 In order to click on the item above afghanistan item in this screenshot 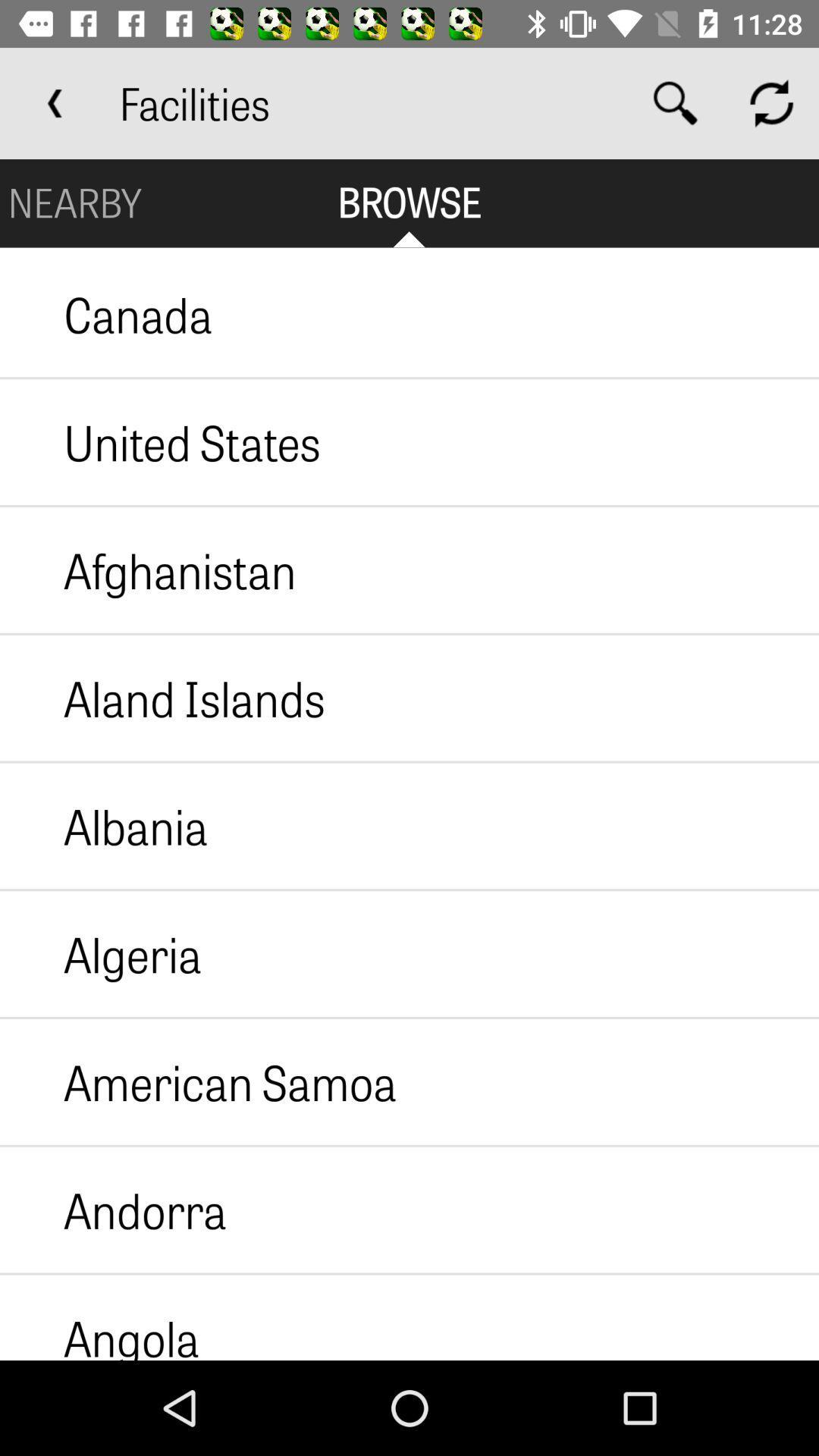, I will do `click(160, 441)`.